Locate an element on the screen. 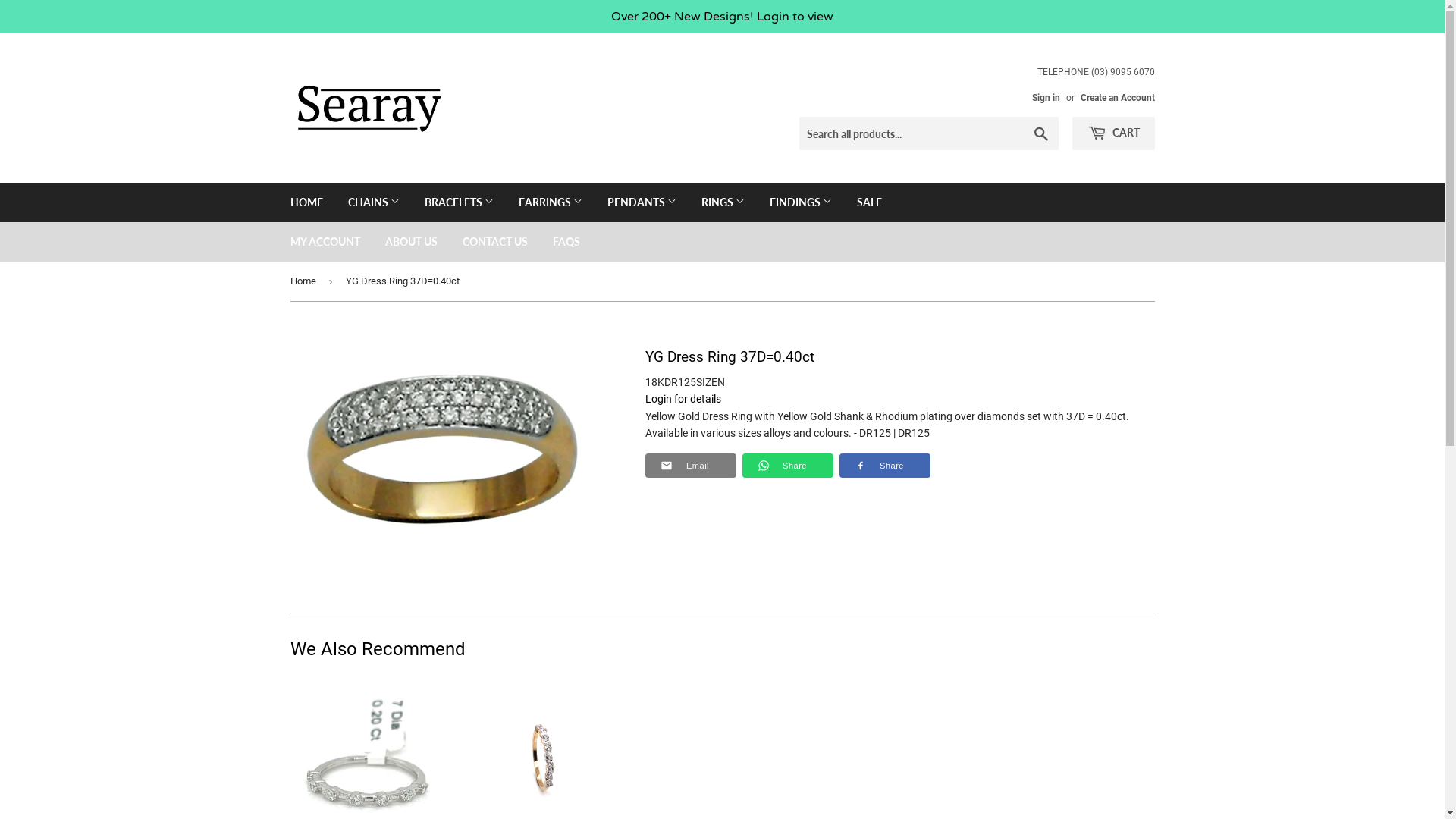 The height and width of the screenshot is (819, 1456). 'FINDINGS' is located at coordinates (800, 201).